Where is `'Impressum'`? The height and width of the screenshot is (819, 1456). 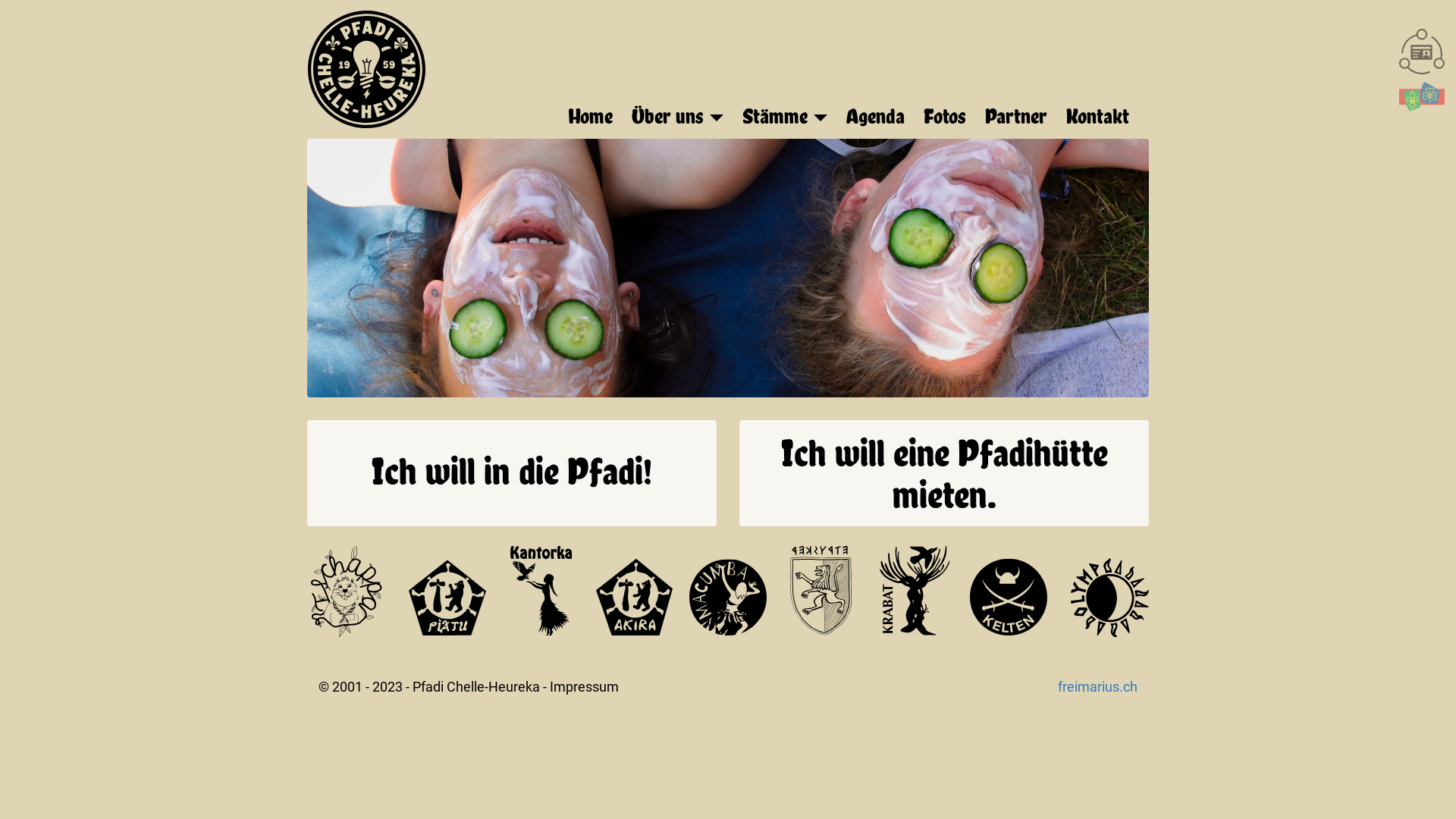 'Impressum' is located at coordinates (548, 686).